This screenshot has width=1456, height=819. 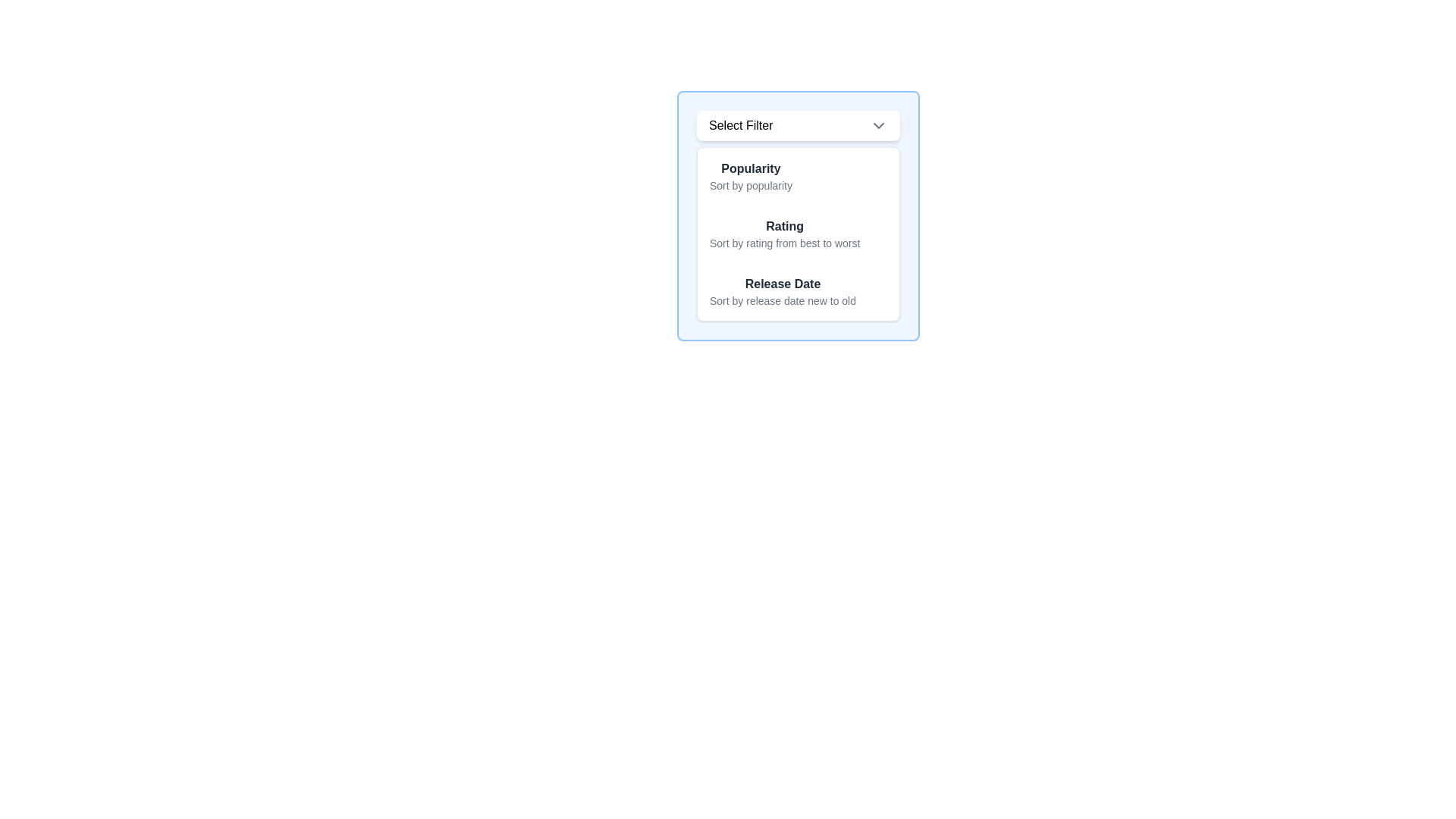 I want to click on the description text that explains the 'Rating' label, which is centrally aligned below the bold 'Rating' text in the dropdown menu popup, so click(x=785, y=242).